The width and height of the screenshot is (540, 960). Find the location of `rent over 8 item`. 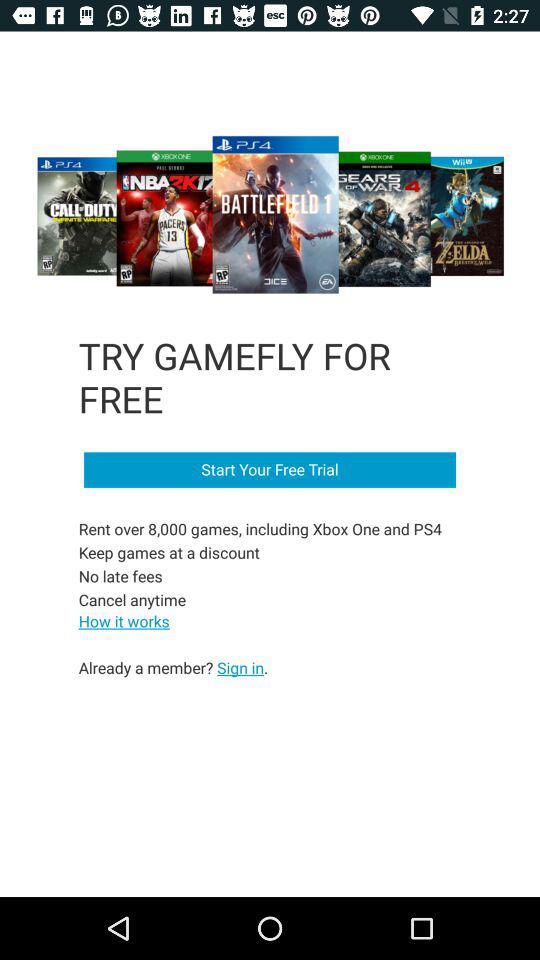

rent over 8 item is located at coordinates (262, 564).